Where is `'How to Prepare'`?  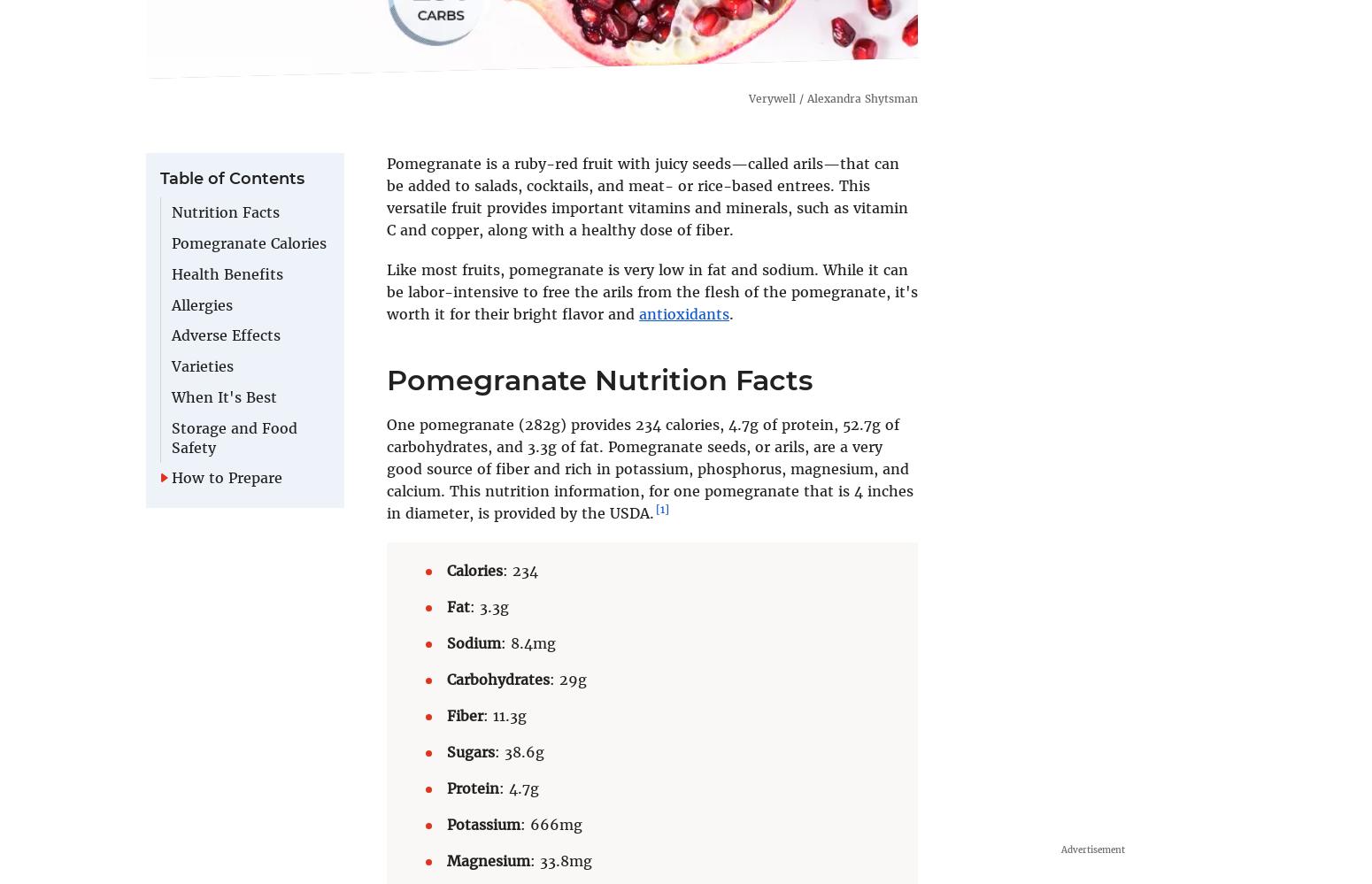 'How to Prepare' is located at coordinates (227, 476).